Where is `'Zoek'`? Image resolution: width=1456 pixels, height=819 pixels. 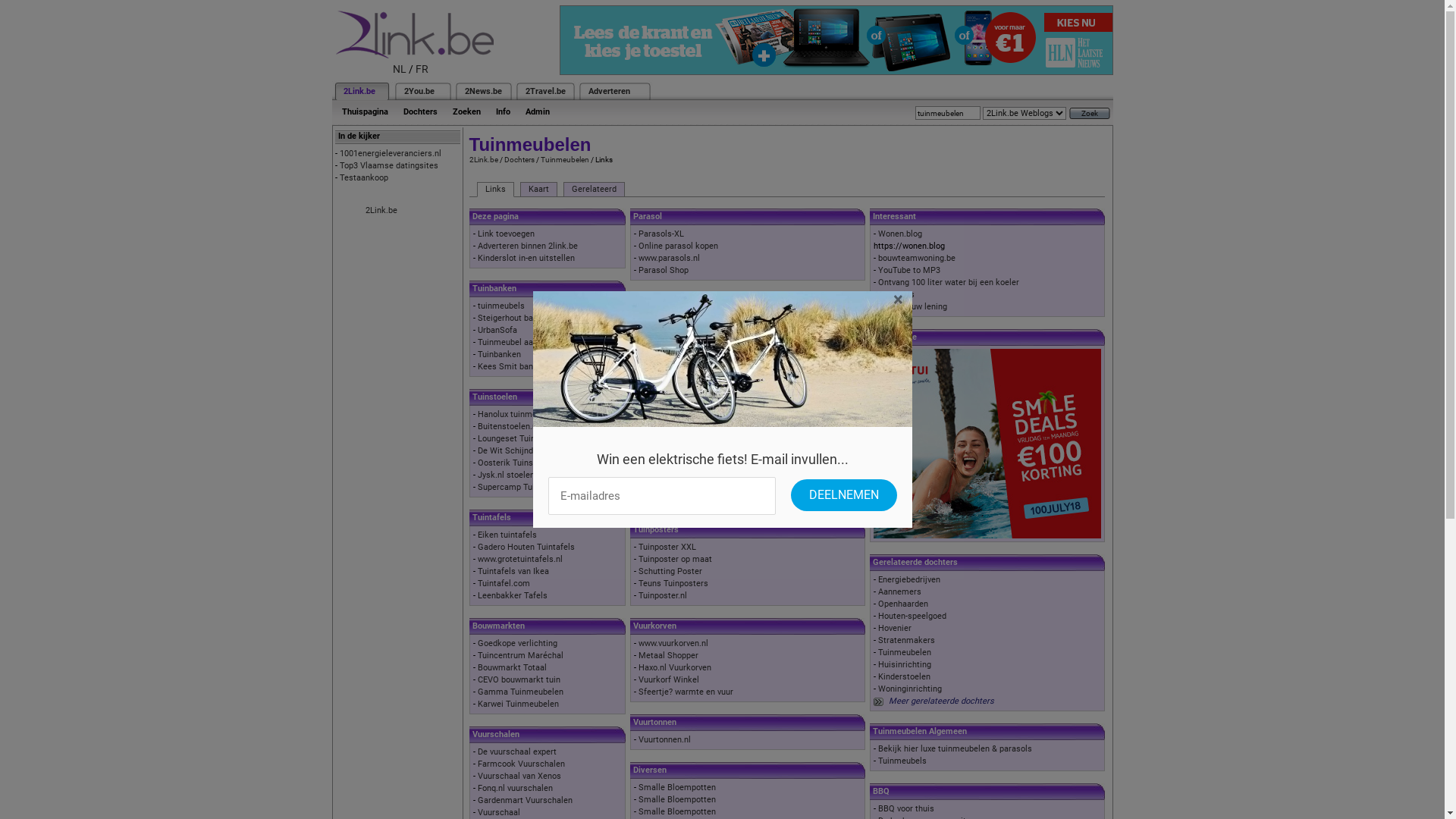 'Zoek' is located at coordinates (1088, 112).